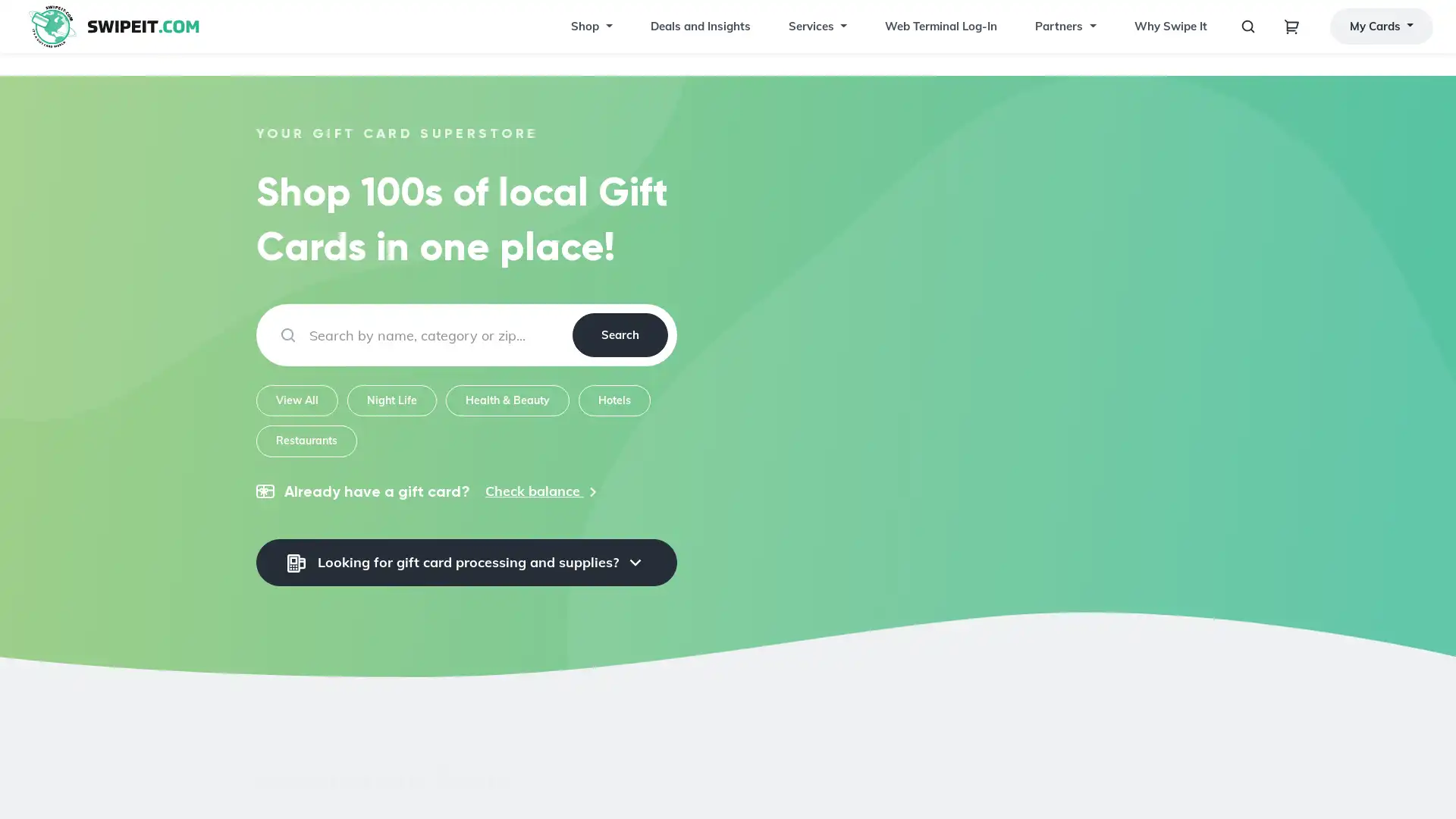  I want to click on Search, so click(619, 334).